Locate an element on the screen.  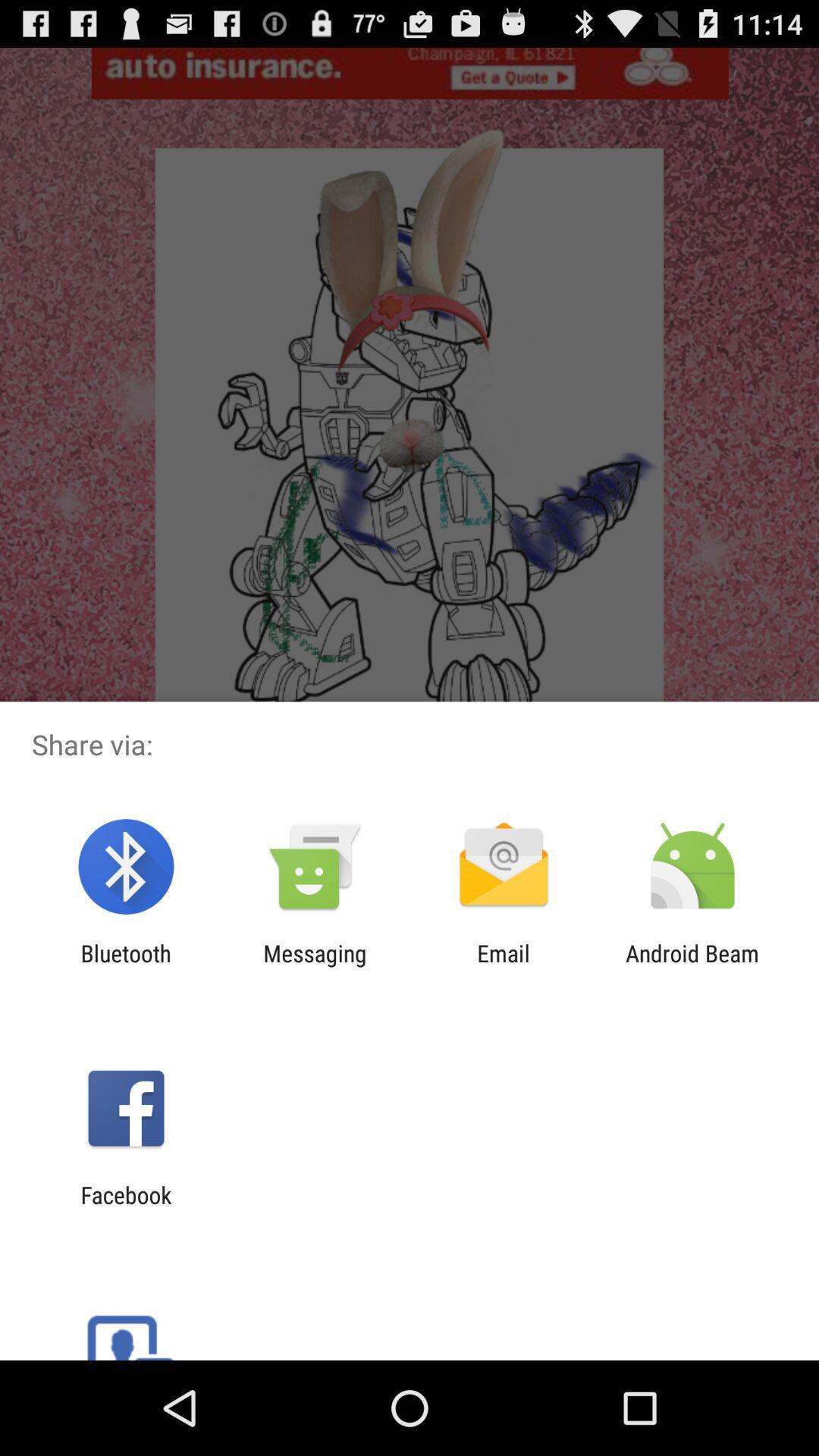
the item next to messaging item is located at coordinates (125, 966).